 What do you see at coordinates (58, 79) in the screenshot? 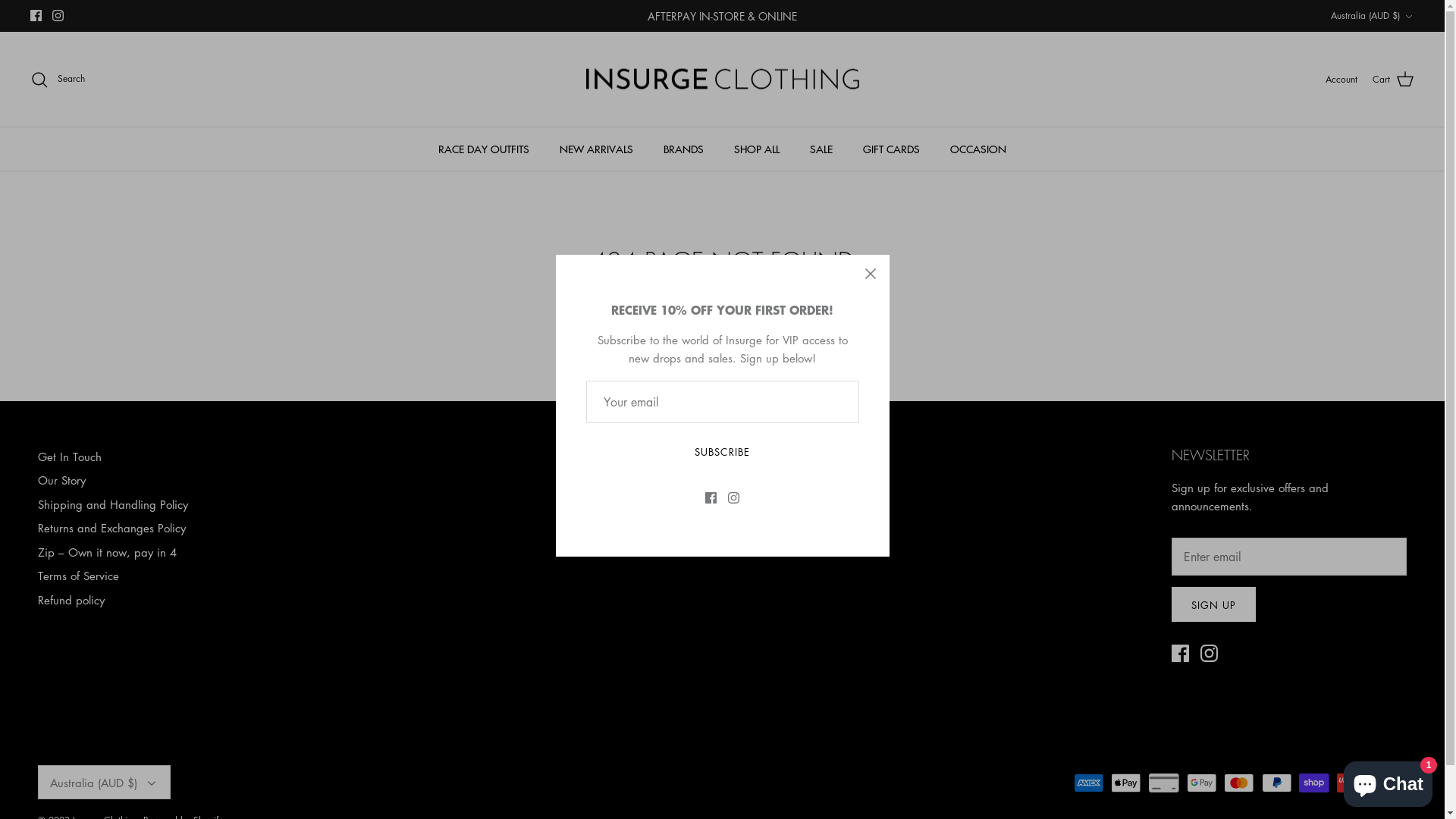
I see `'Search'` at bounding box center [58, 79].